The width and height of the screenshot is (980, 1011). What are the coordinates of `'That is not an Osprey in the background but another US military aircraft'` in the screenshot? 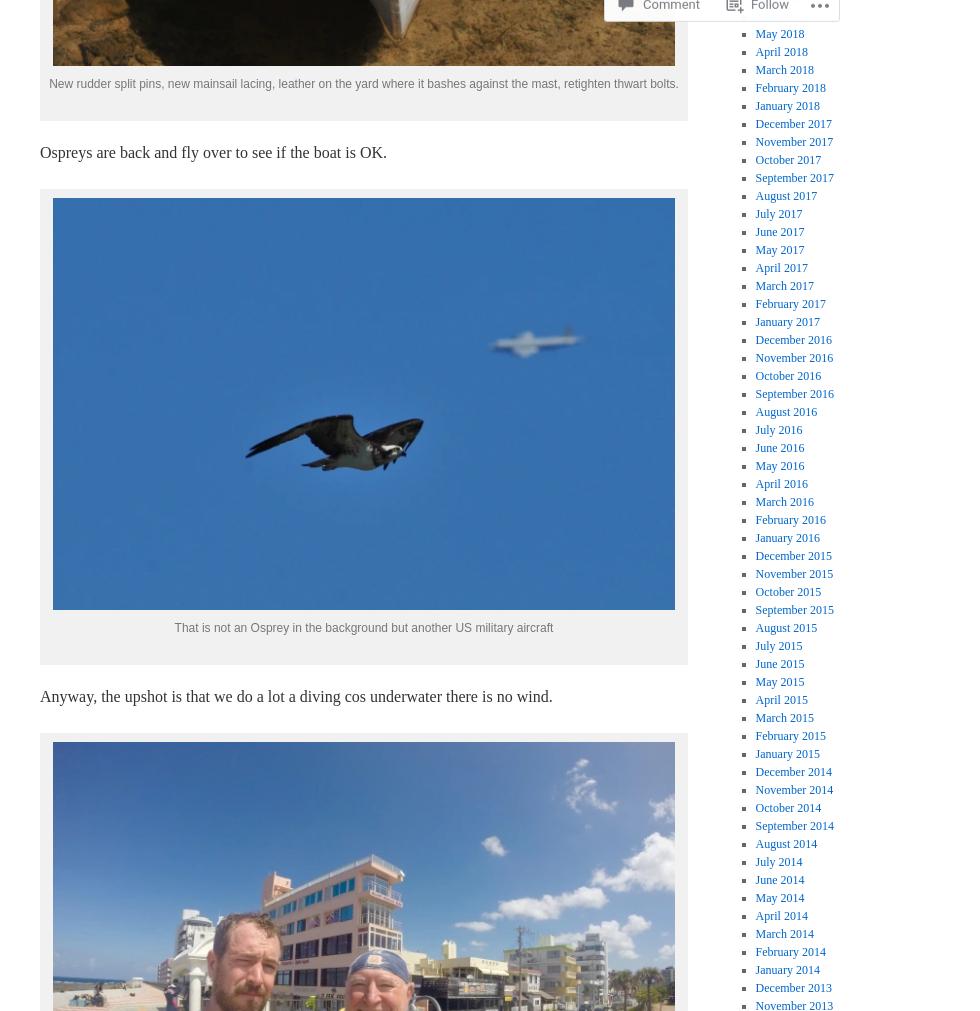 It's located at (363, 628).